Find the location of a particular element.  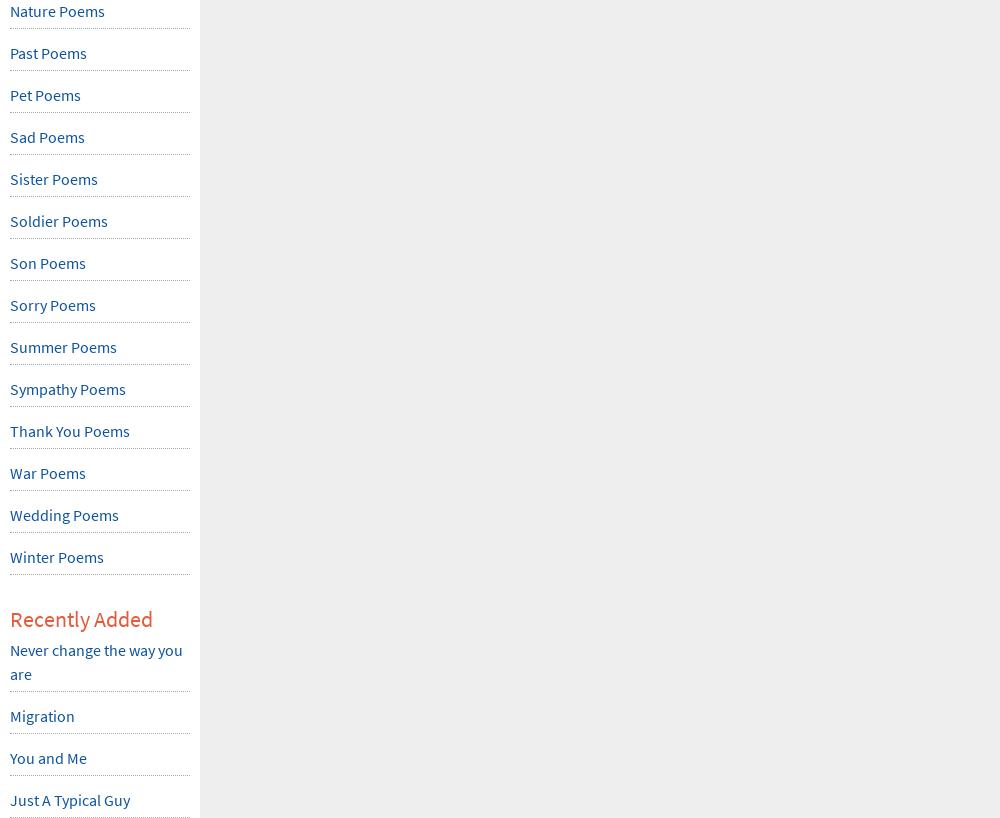

'Winter Poems' is located at coordinates (57, 555).